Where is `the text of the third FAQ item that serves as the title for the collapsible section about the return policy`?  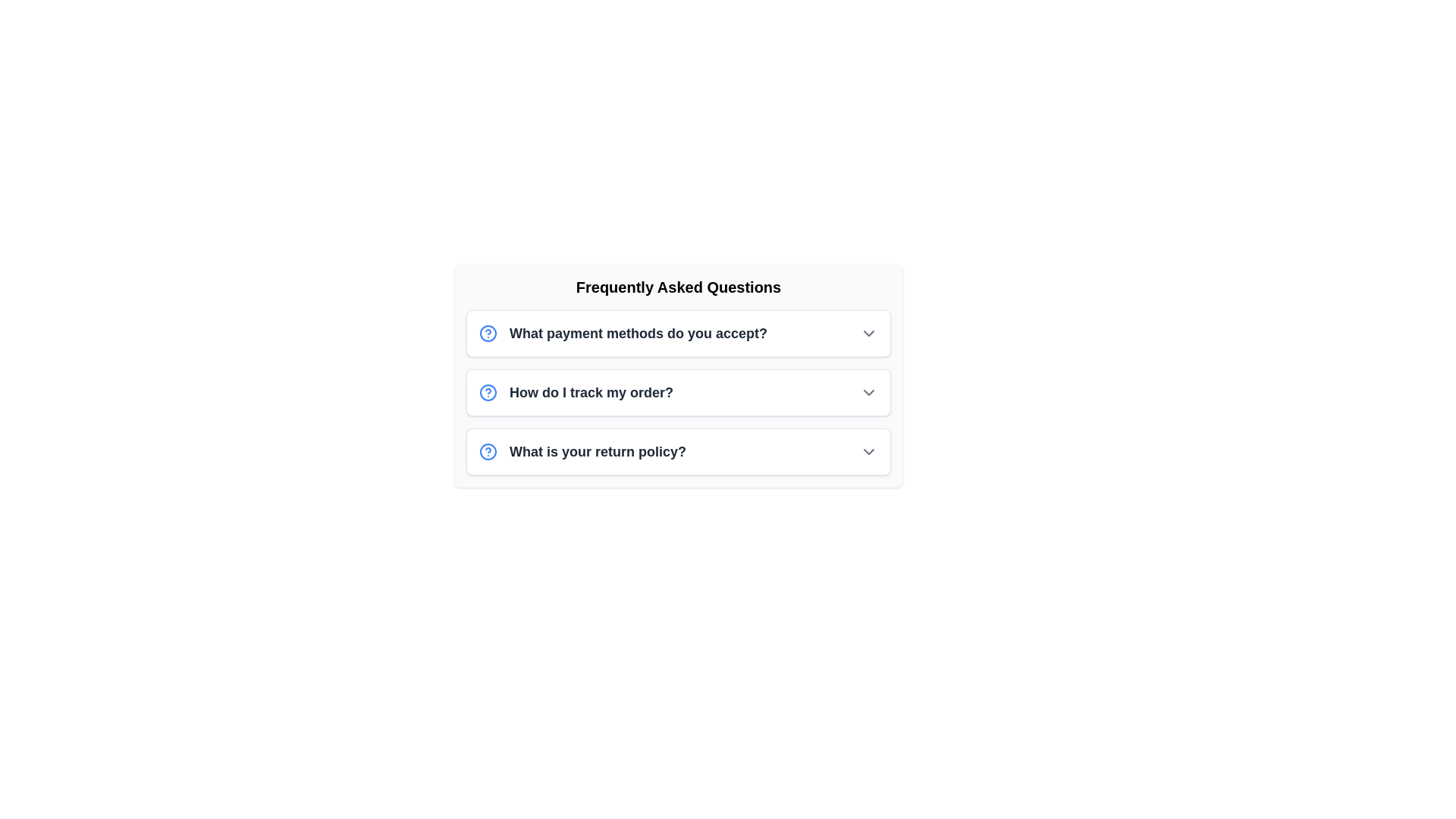
the text of the third FAQ item that serves as the title for the collapsible section about the return policy is located at coordinates (597, 451).